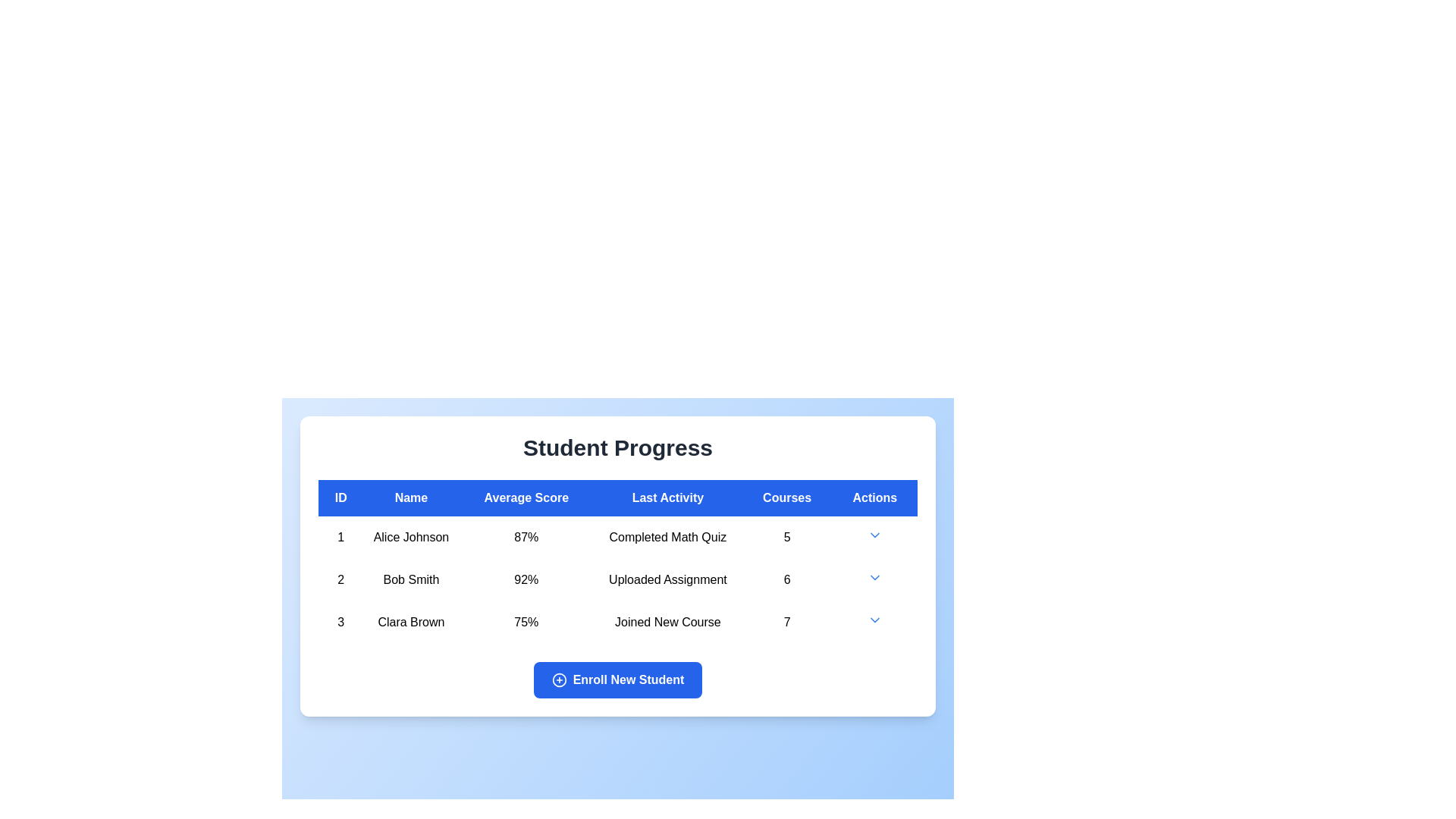 This screenshot has width=1456, height=819. What do you see at coordinates (411, 497) in the screenshot?
I see `the Table Header Cell labeled 'Name', which is styled with a bold white font on a bright blue background and positioned between the 'ID' and 'Average Score' columns` at bounding box center [411, 497].